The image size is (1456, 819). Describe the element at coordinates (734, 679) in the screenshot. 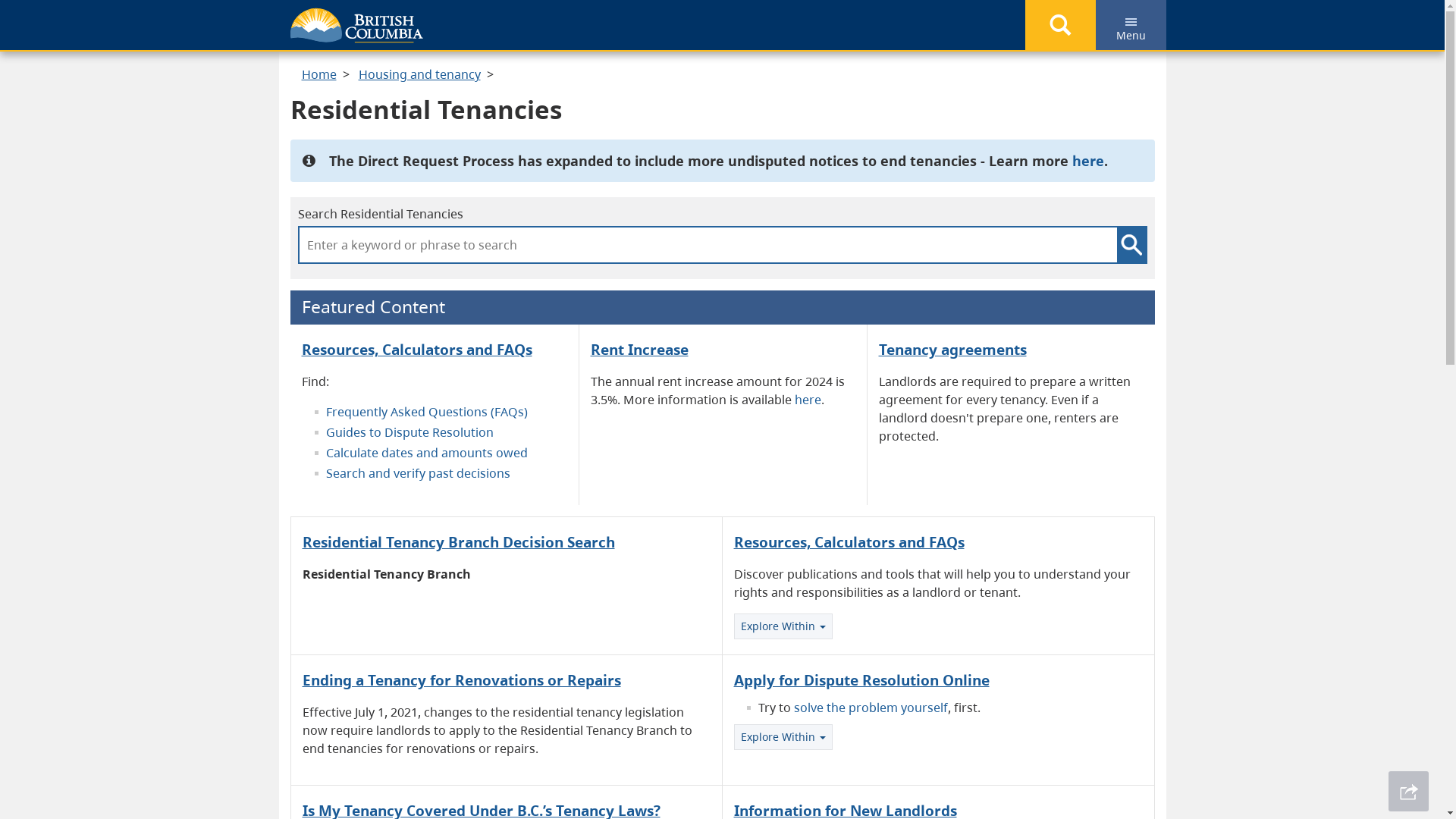

I see `'Apply for Dispute Resolution Online'` at that location.